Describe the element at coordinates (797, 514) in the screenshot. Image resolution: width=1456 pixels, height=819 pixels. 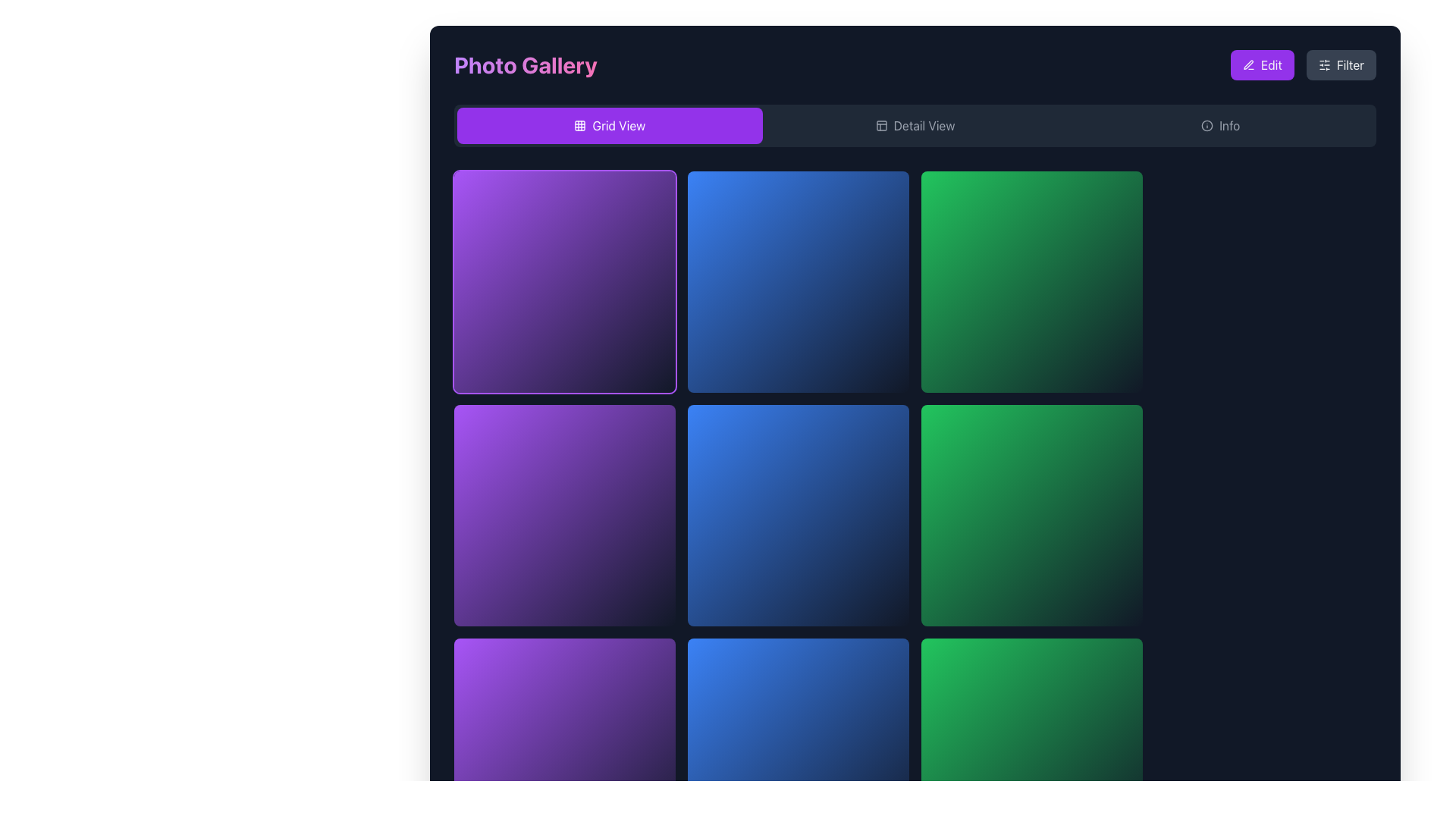
I see `the interactive visual grid tile located in the second column of the third row, which has a gradient background transitioning from blue to cyan and rounded corners` at that location.